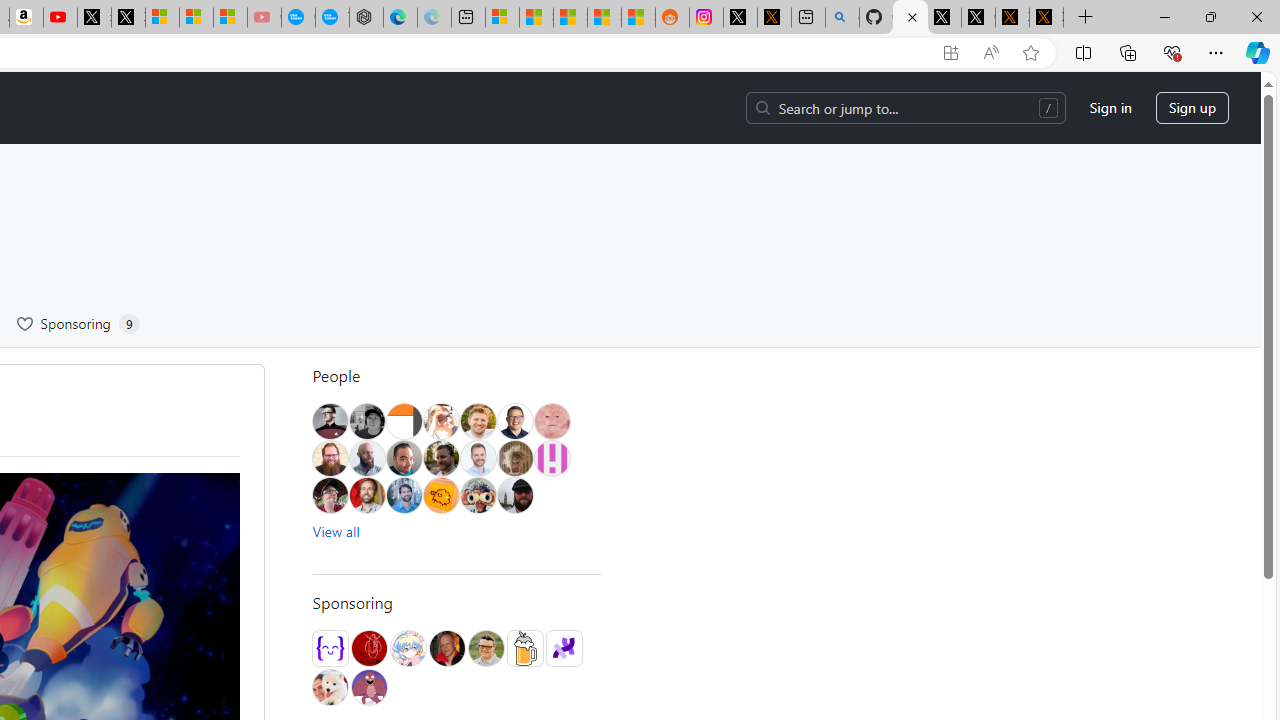 The width and height of the screenshot is (1280, 720). I want to click on 'View all', so click(336, 530).